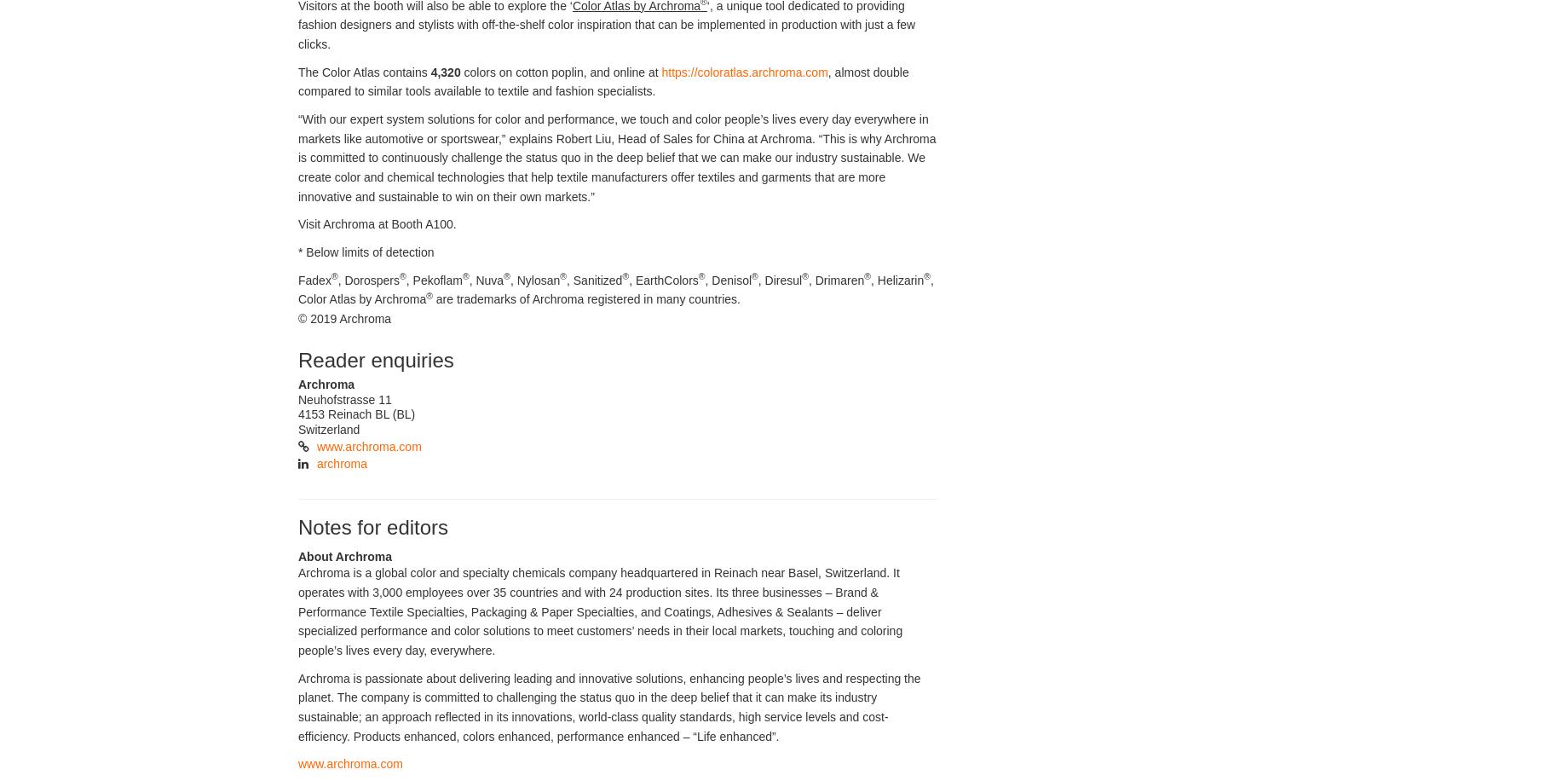  What do you see at coordinates (585, 299) in the screenshot?
I see `'are trademarks of Archroma registered in many countries.'` at bounding box center [585, 299].